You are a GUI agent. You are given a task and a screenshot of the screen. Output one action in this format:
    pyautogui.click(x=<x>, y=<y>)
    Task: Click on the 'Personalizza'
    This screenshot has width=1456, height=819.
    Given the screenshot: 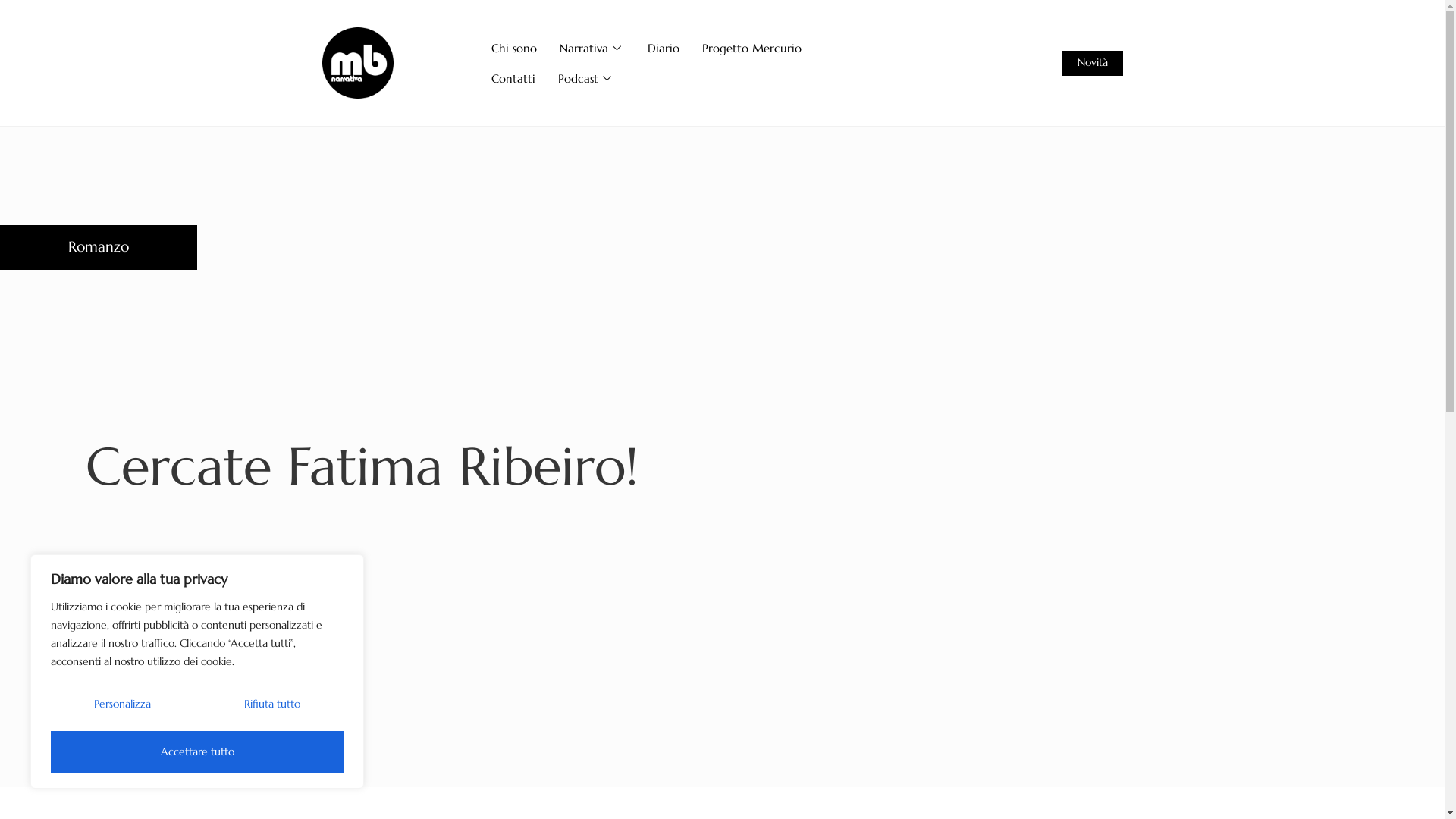 What is the action you would take?
    pyautogui.click(x=123, y=703)
    